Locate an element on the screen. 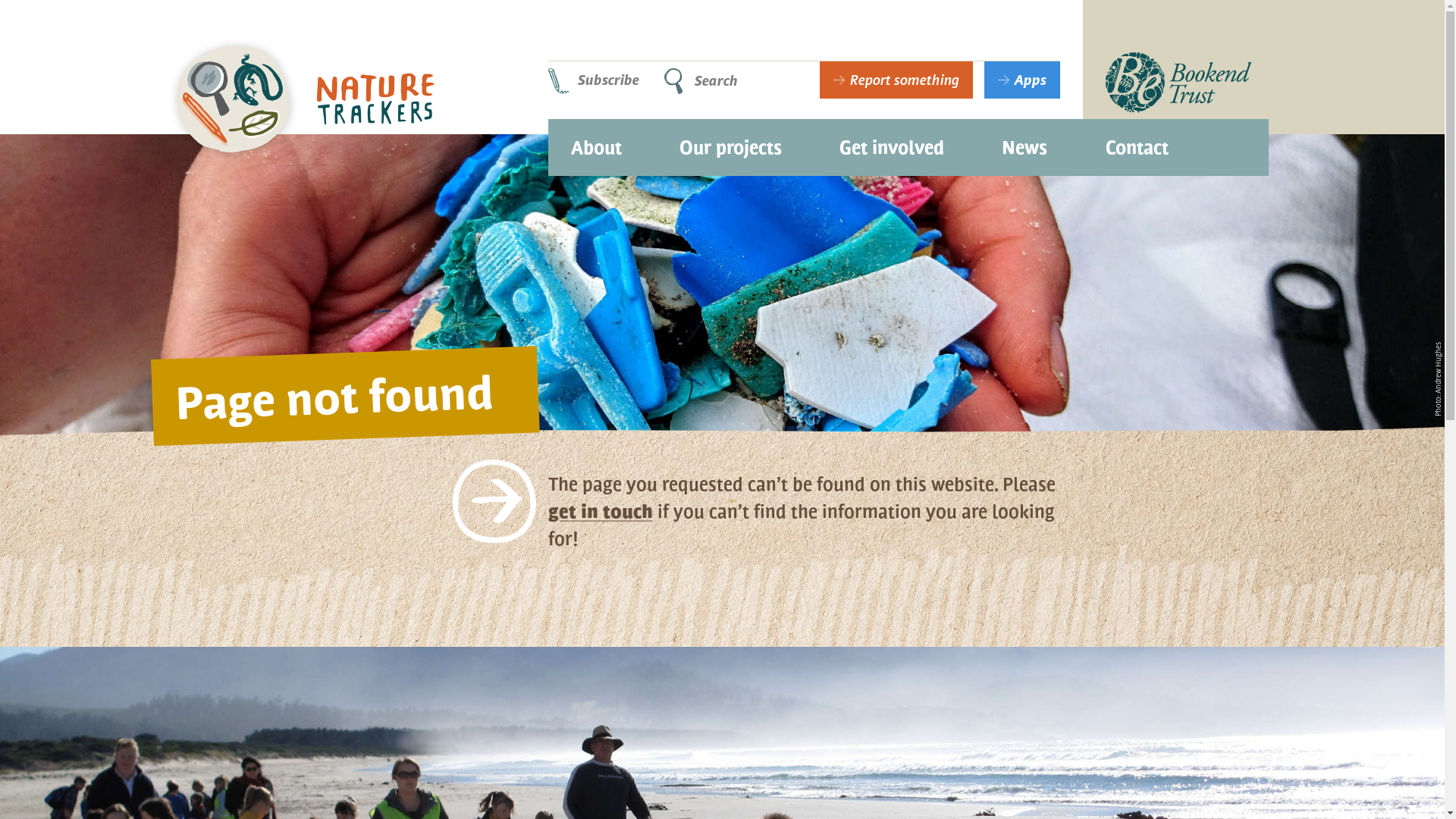 The image size is (1456, 819). 'News' is located at coordinates (1024, 141).